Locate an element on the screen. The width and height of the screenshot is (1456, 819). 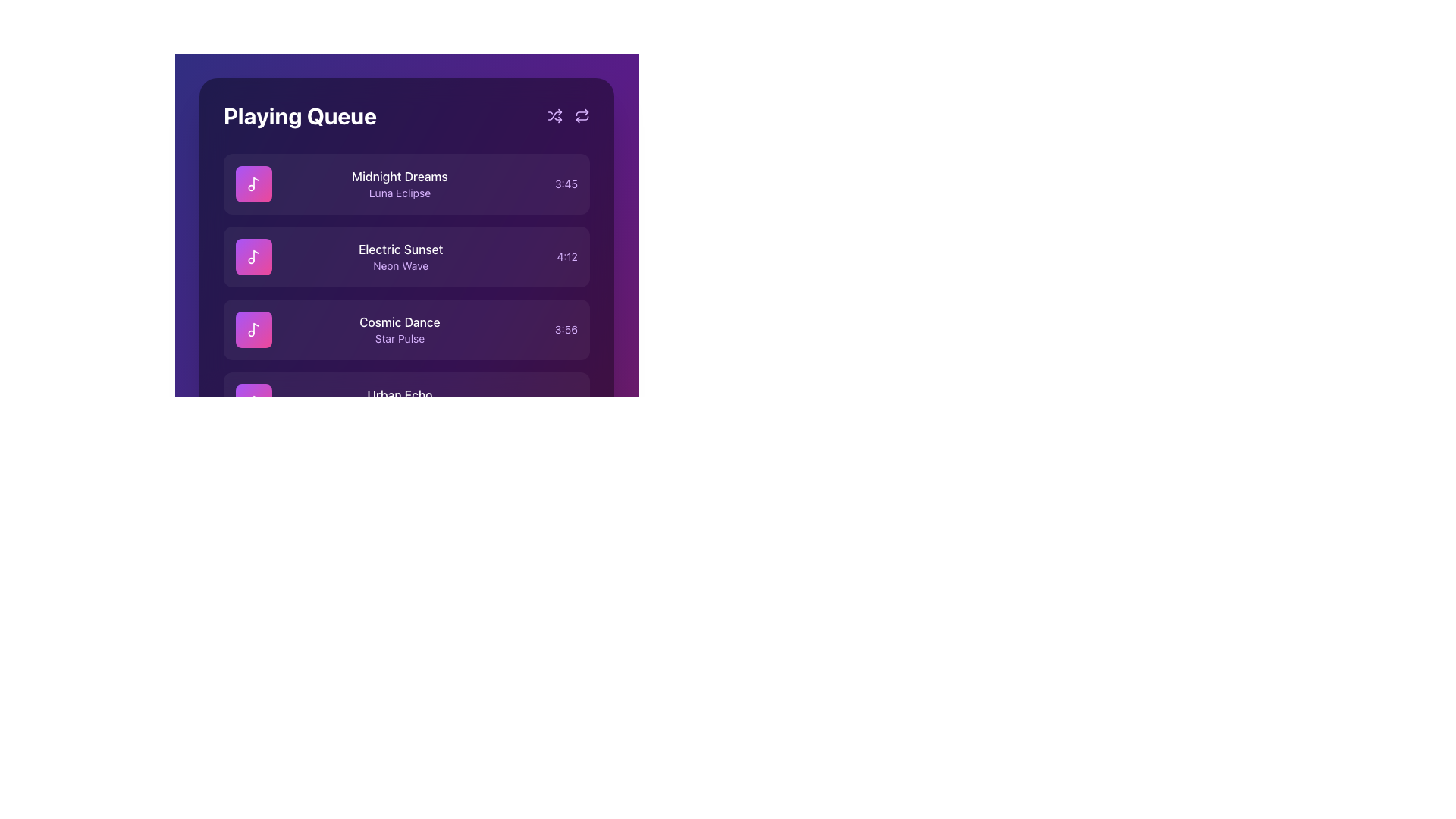
the fourth rich-content card titled 'Urban Echo' in the 'Playing Queue' list is located at coordinates (406, 402).